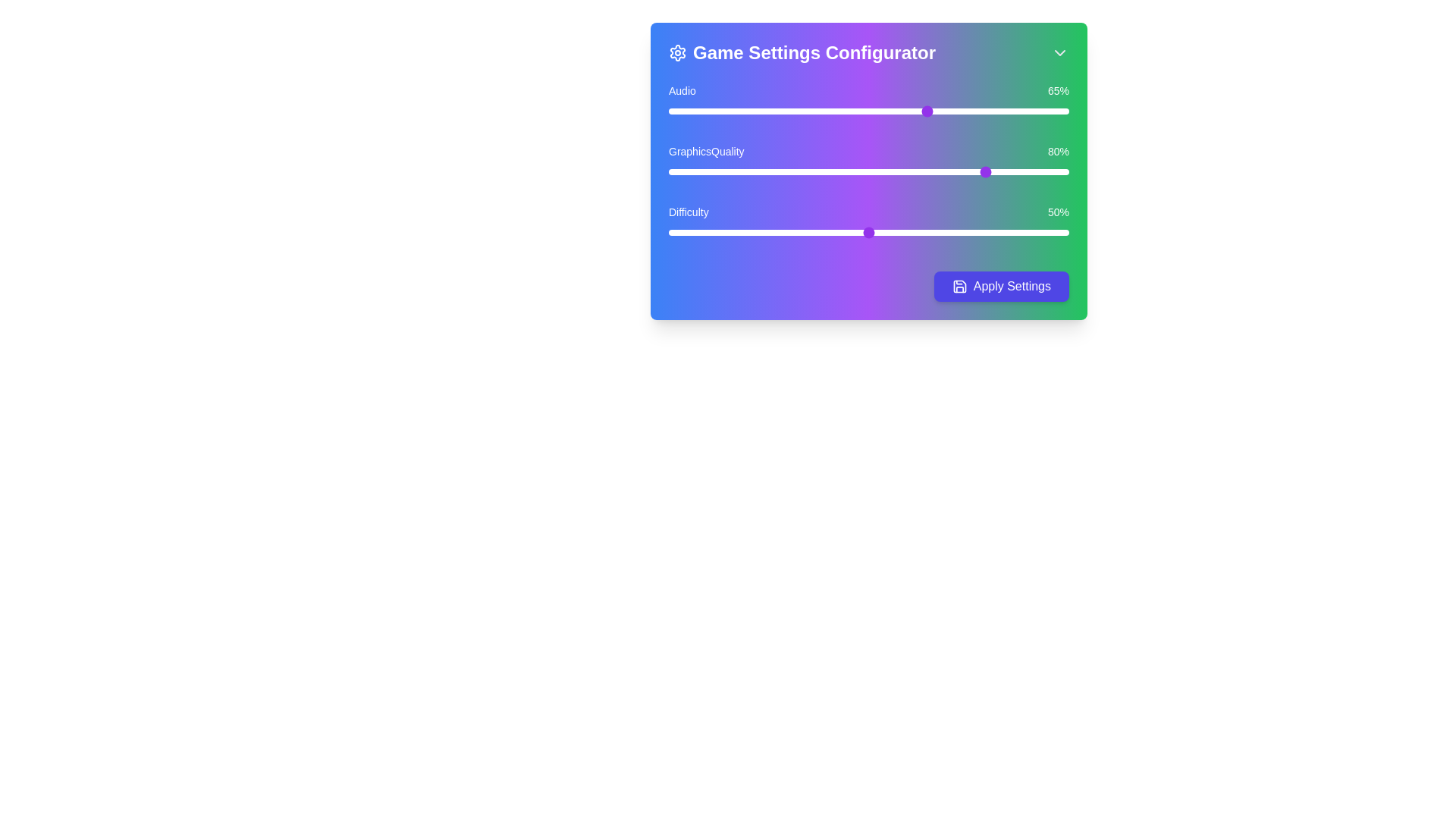 This screenshot has height=819, width=1456. What do you see at coordinates (944, 110) in the screenshot?
I see `the audio volume` at bounding box center [944, 110].